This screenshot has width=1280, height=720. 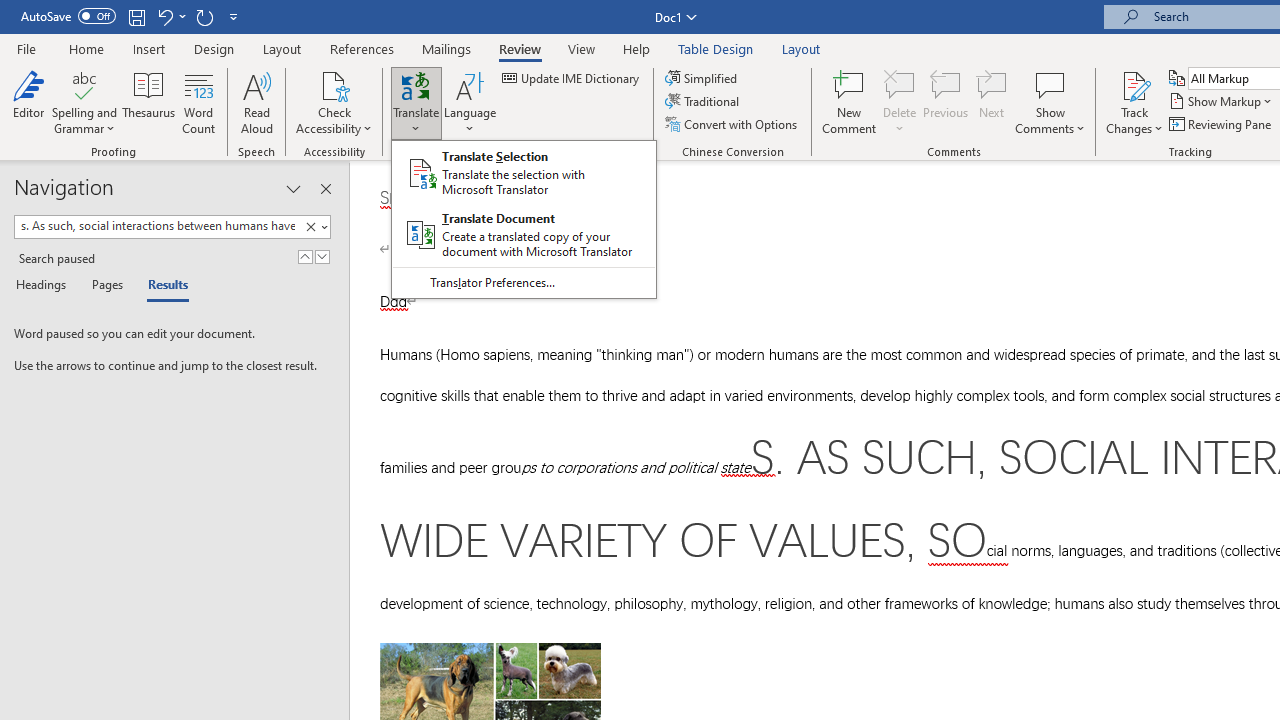 I want to click on 'Update IME Dictionary...', so click(x=571, y=77).